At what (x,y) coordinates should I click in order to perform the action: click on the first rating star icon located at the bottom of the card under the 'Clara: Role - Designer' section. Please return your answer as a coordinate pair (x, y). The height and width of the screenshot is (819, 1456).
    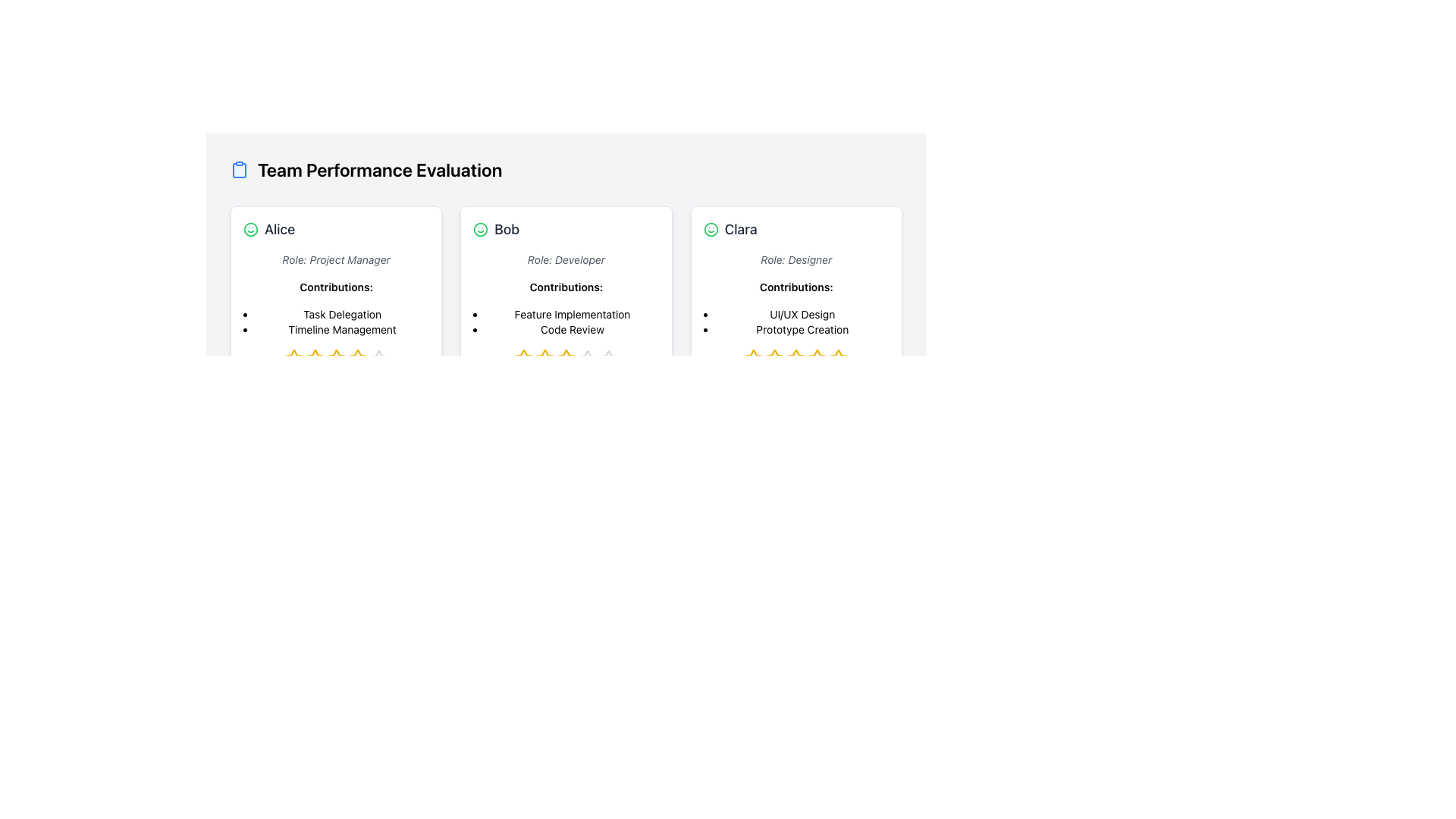
    Looking at the image, I should click on (754, 359).